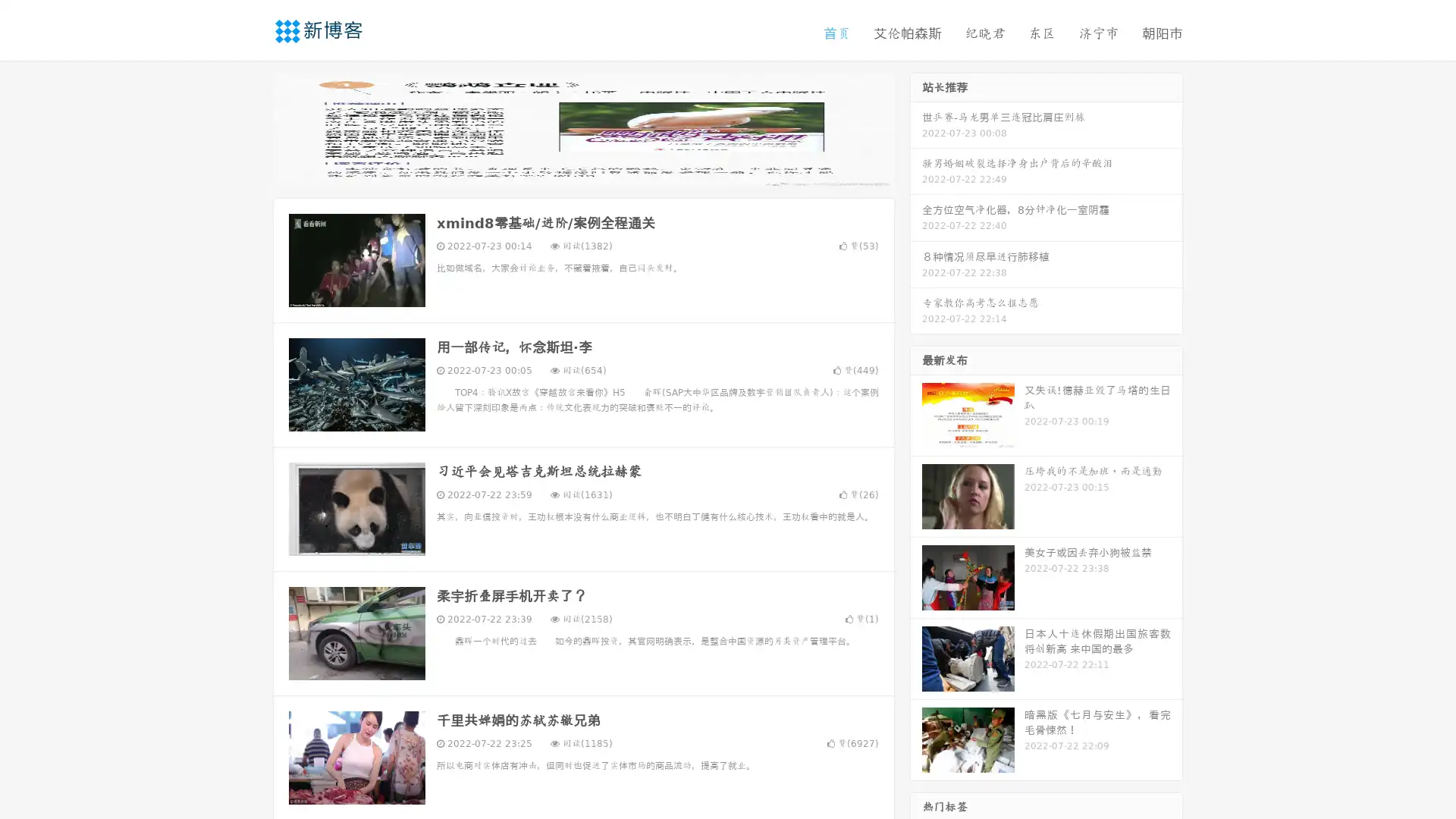 This screenshot has height=819, width=1456. Describe the element at coordinates (598, 171) in the screenshot. I see `Go to slide 3` at that location.